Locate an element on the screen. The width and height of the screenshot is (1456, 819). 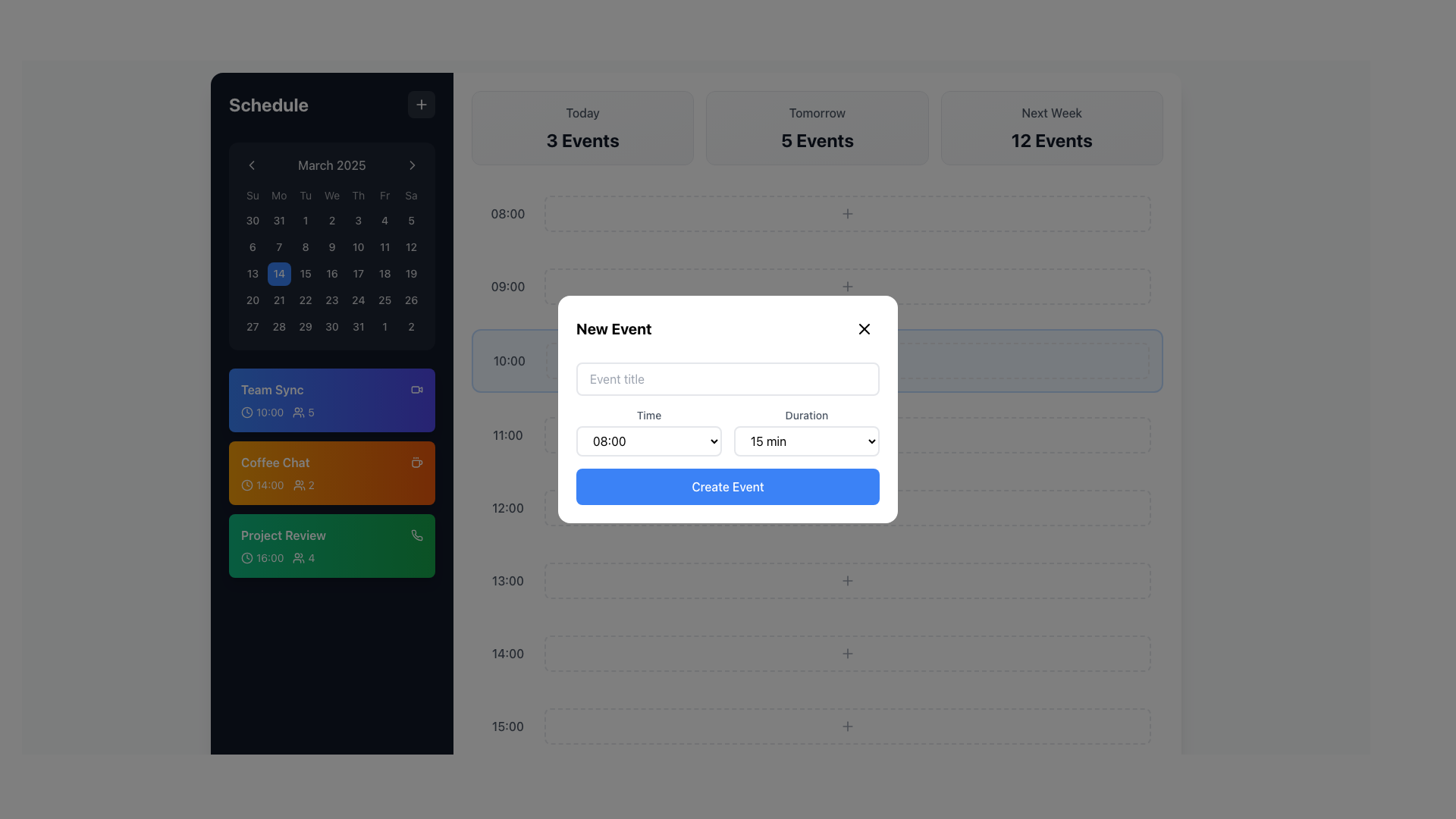
the Calendar day button located is located at coordinates (279, 300).